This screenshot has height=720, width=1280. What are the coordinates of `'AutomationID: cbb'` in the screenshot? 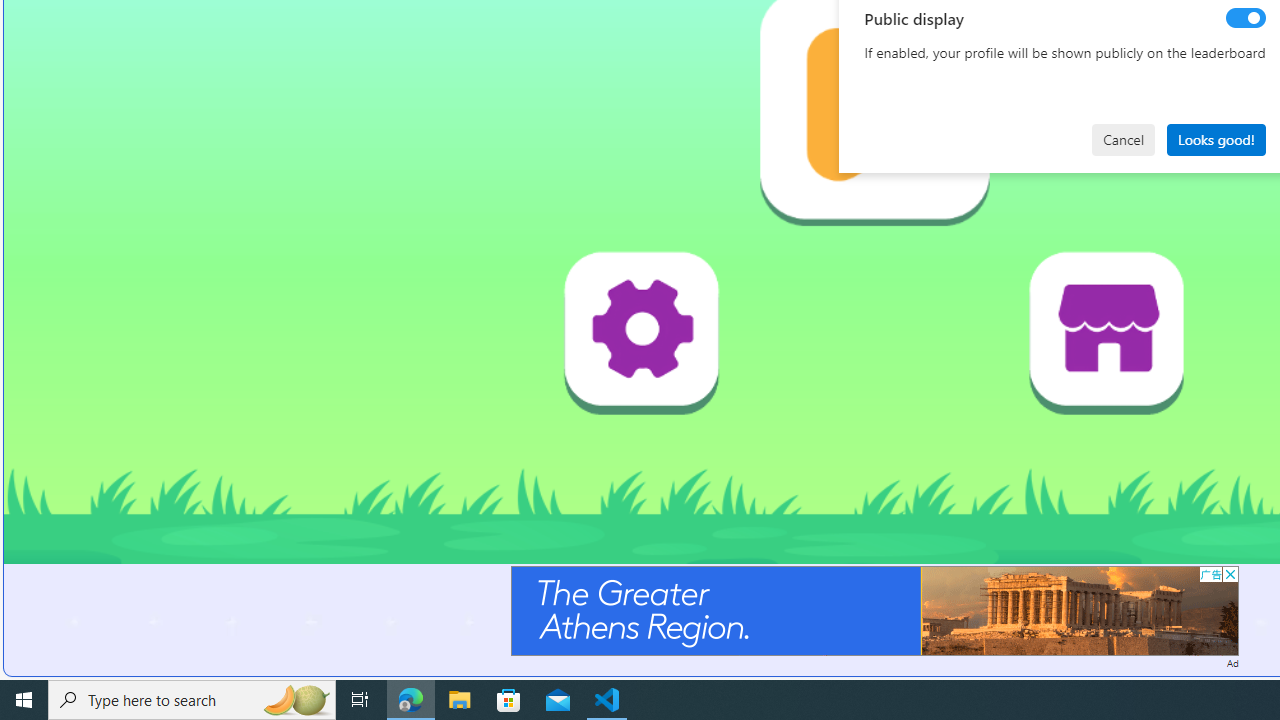 It's located at (1229, 574).